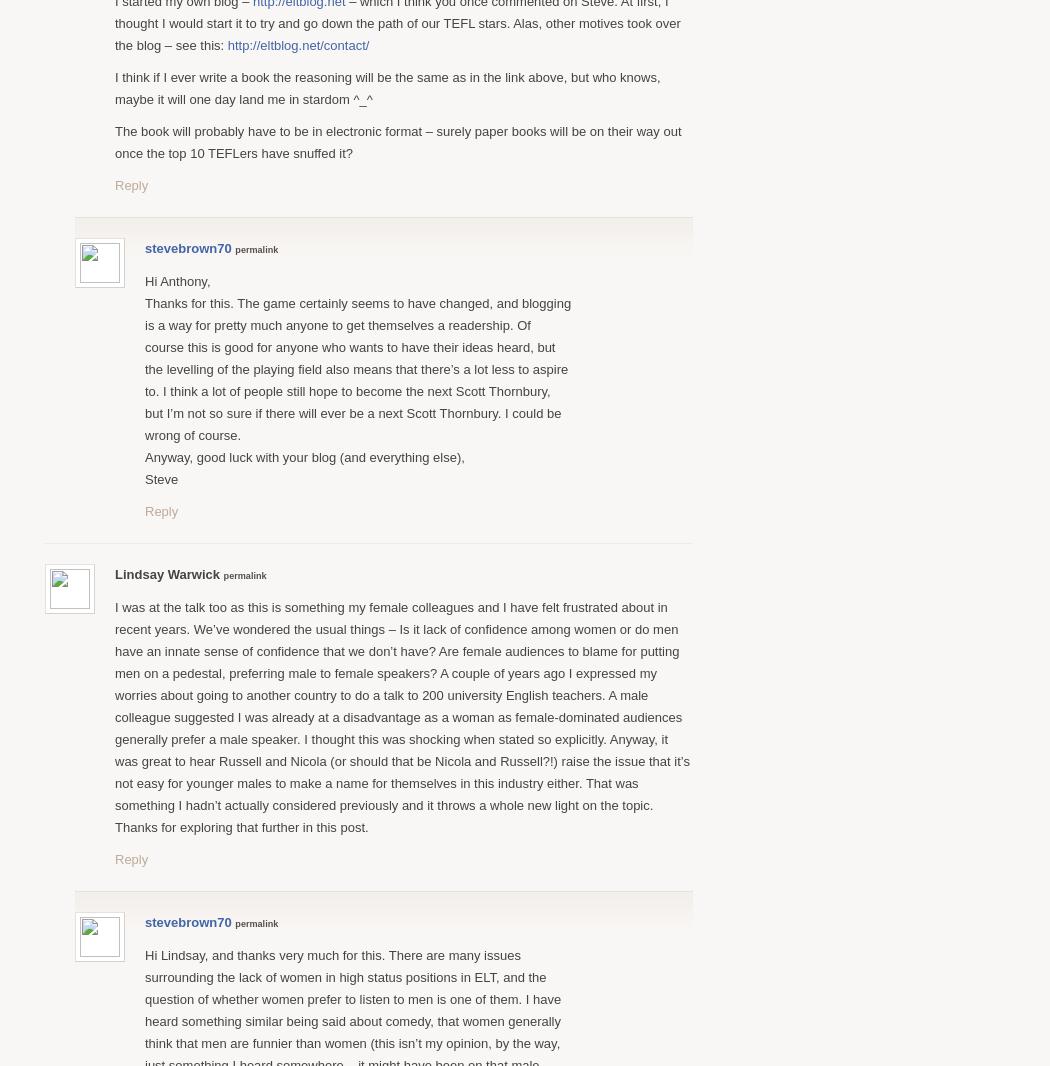  I want to click on 'http://eltblog.net/contact/', so click(296, 43).